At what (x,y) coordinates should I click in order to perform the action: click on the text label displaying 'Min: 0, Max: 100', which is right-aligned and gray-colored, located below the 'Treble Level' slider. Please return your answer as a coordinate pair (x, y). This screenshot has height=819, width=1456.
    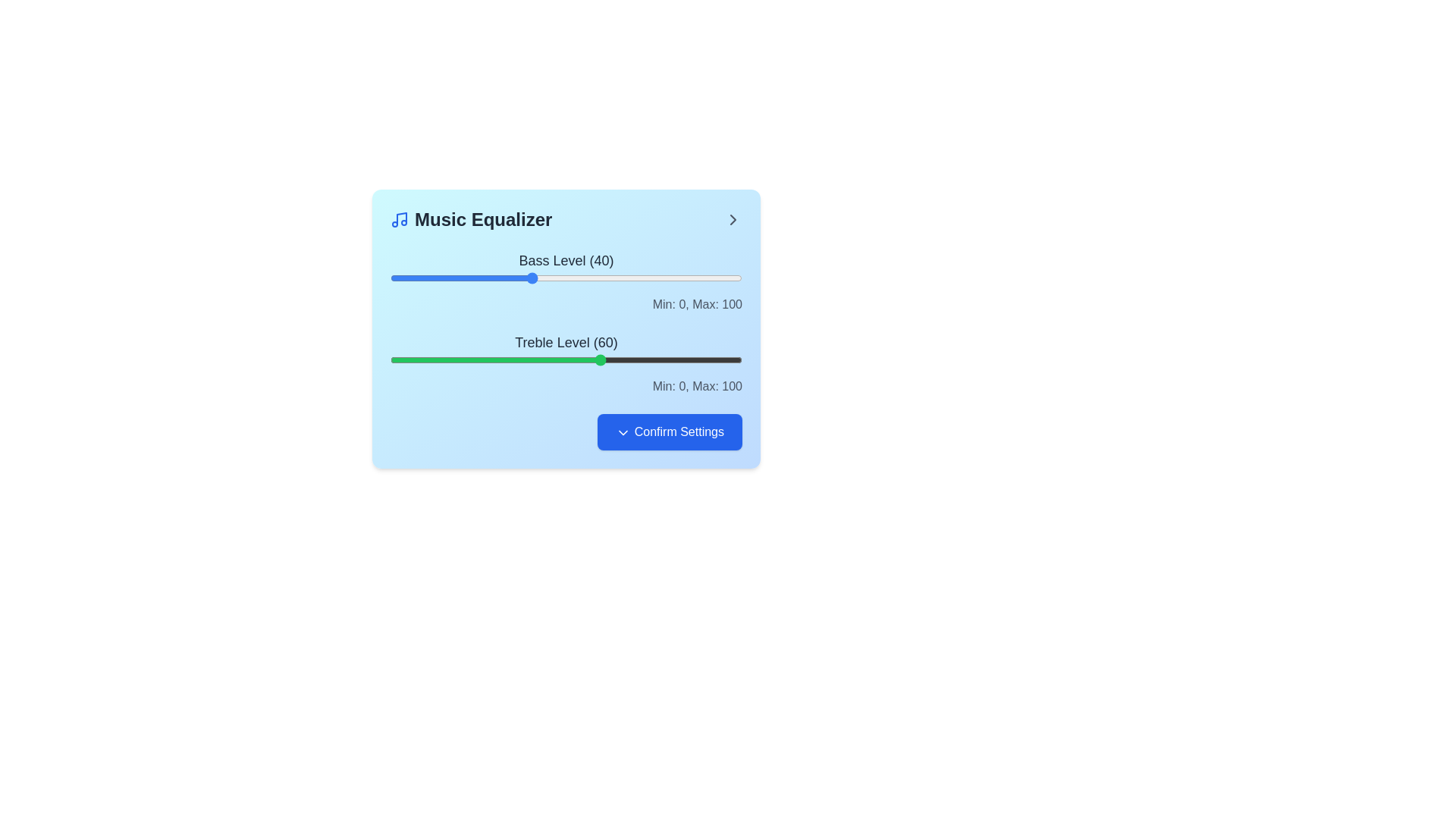
    Looking at the image, I should click on (566, 385).